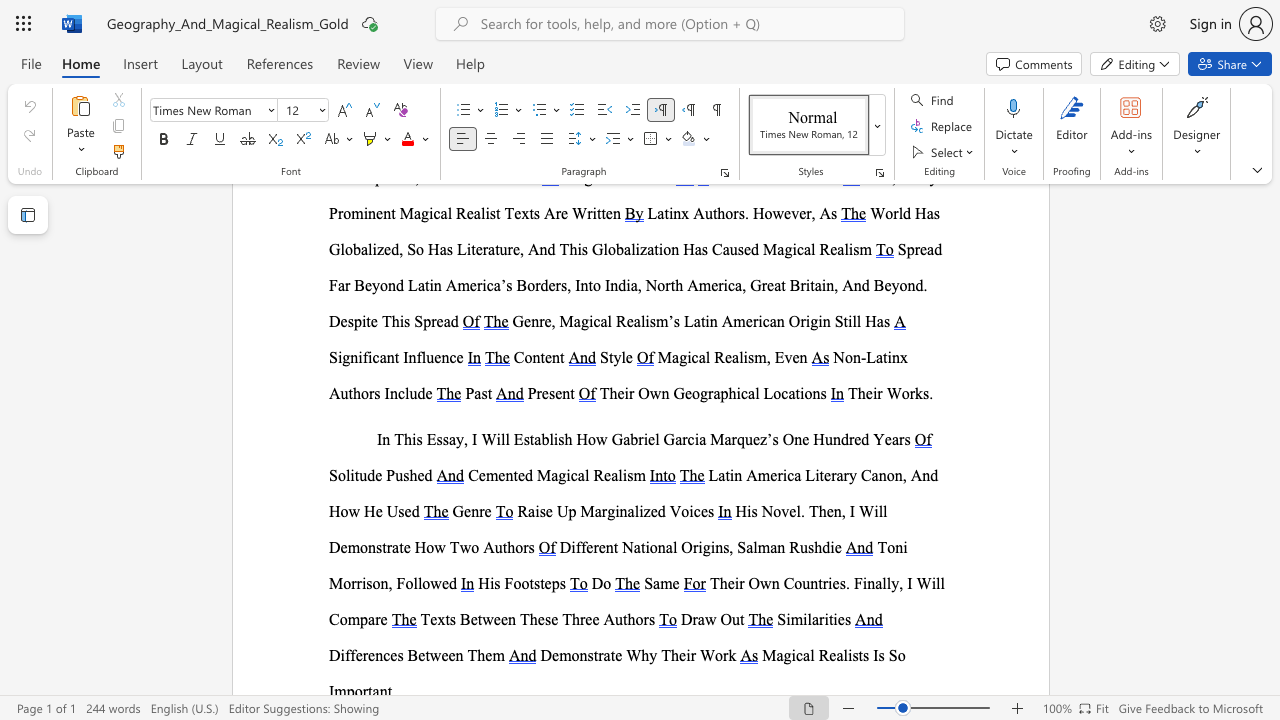  What do you see at coordinates (881, 583) in the screenshot?
I see `the subset text "lly, I W" within the text "Their Own Countries. Finally, I Will Compare"` at bounding box center [881, 583].